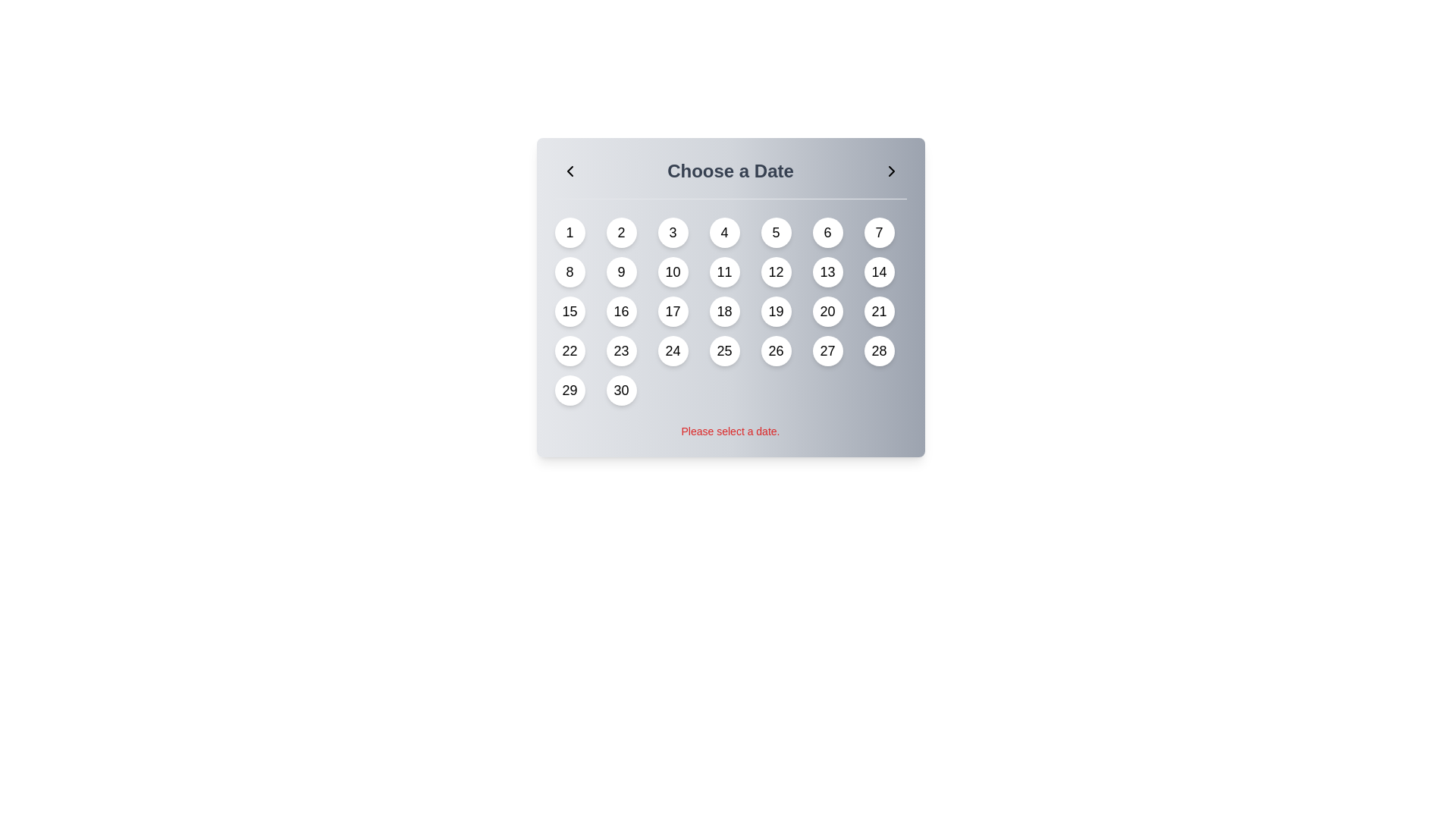  I want to click on the button for selecting the day '10' in the calendar interface, so click(672, 271).